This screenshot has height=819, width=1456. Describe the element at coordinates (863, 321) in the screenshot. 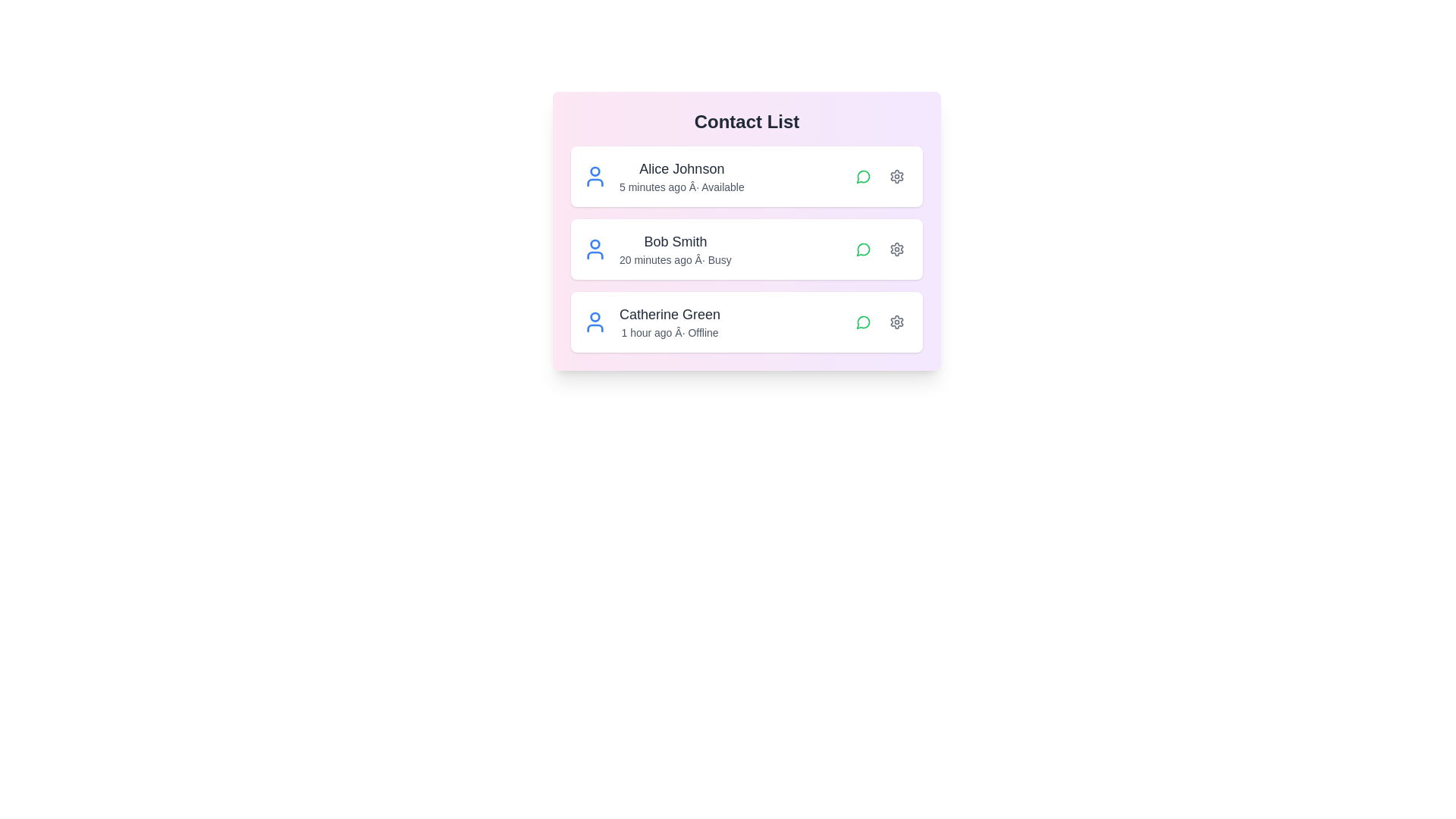

I see `chat icon next to the contact Catherine Green to initiate a chat` at that location.